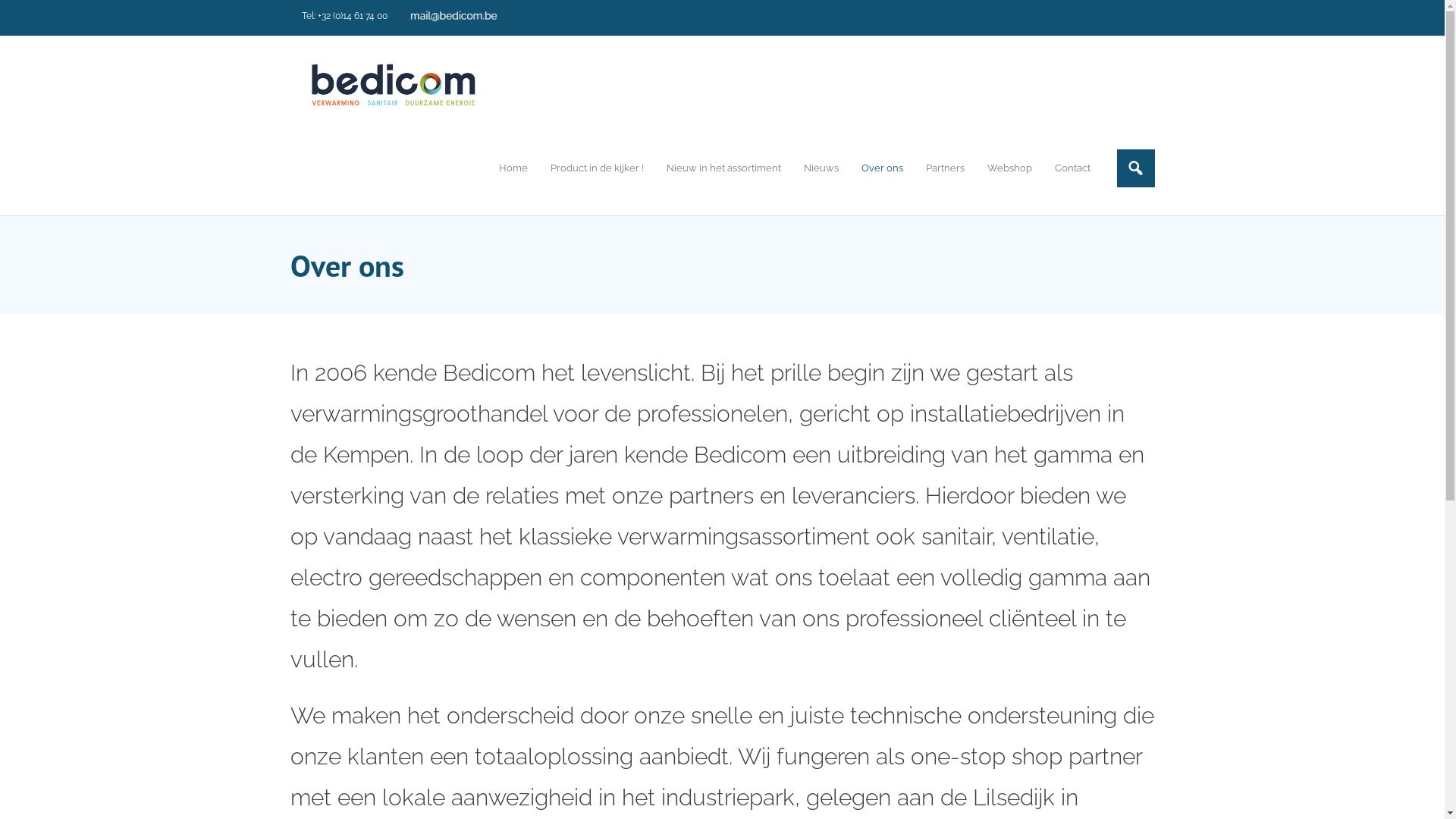 The image size is (1456, 819). I want to click on 'Over ons', so click(881, 168).